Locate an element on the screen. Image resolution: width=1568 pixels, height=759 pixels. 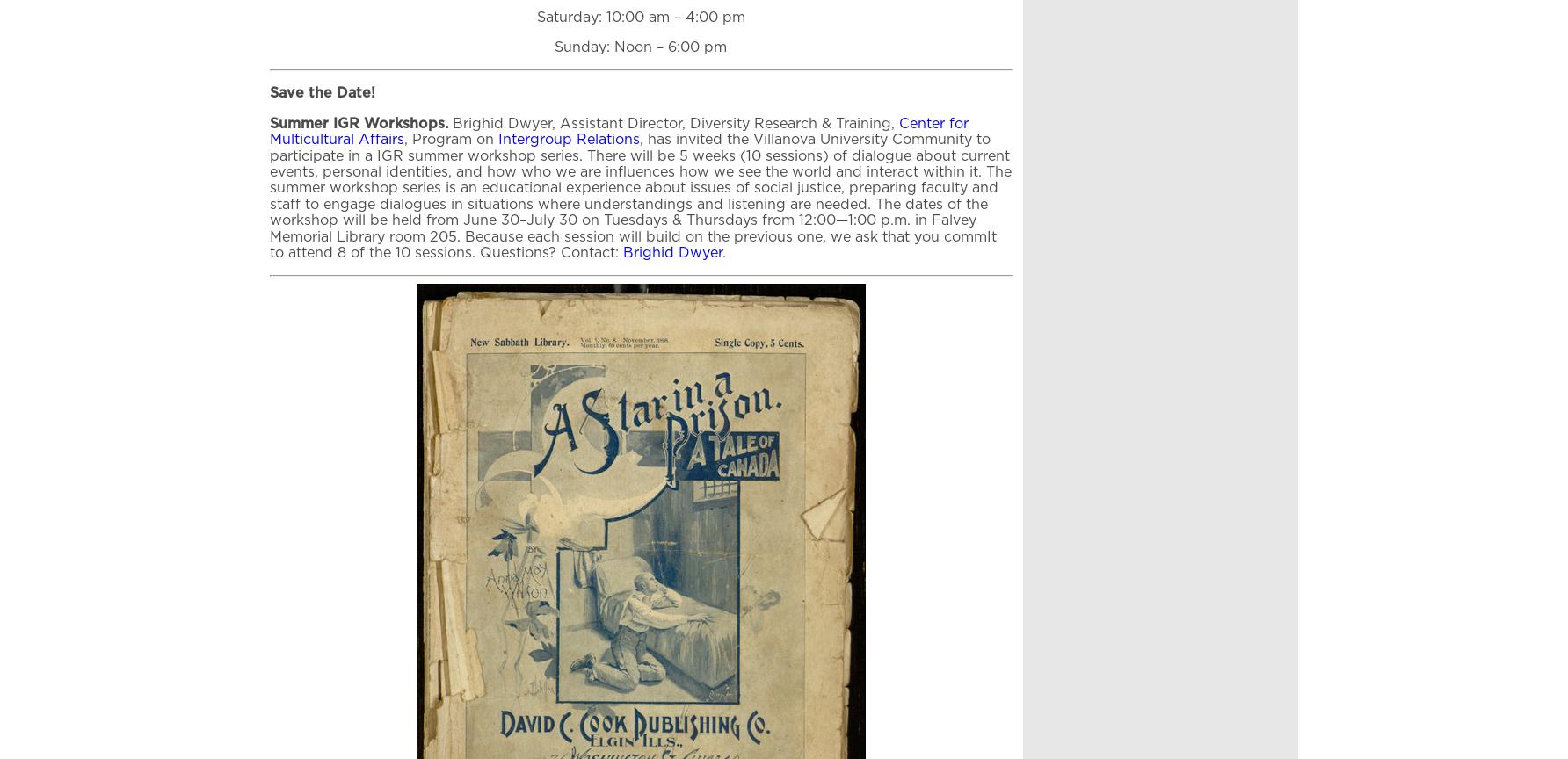
'Saturday: 10:00 am – 4:00 pm' is located at coordinates (640, 17).